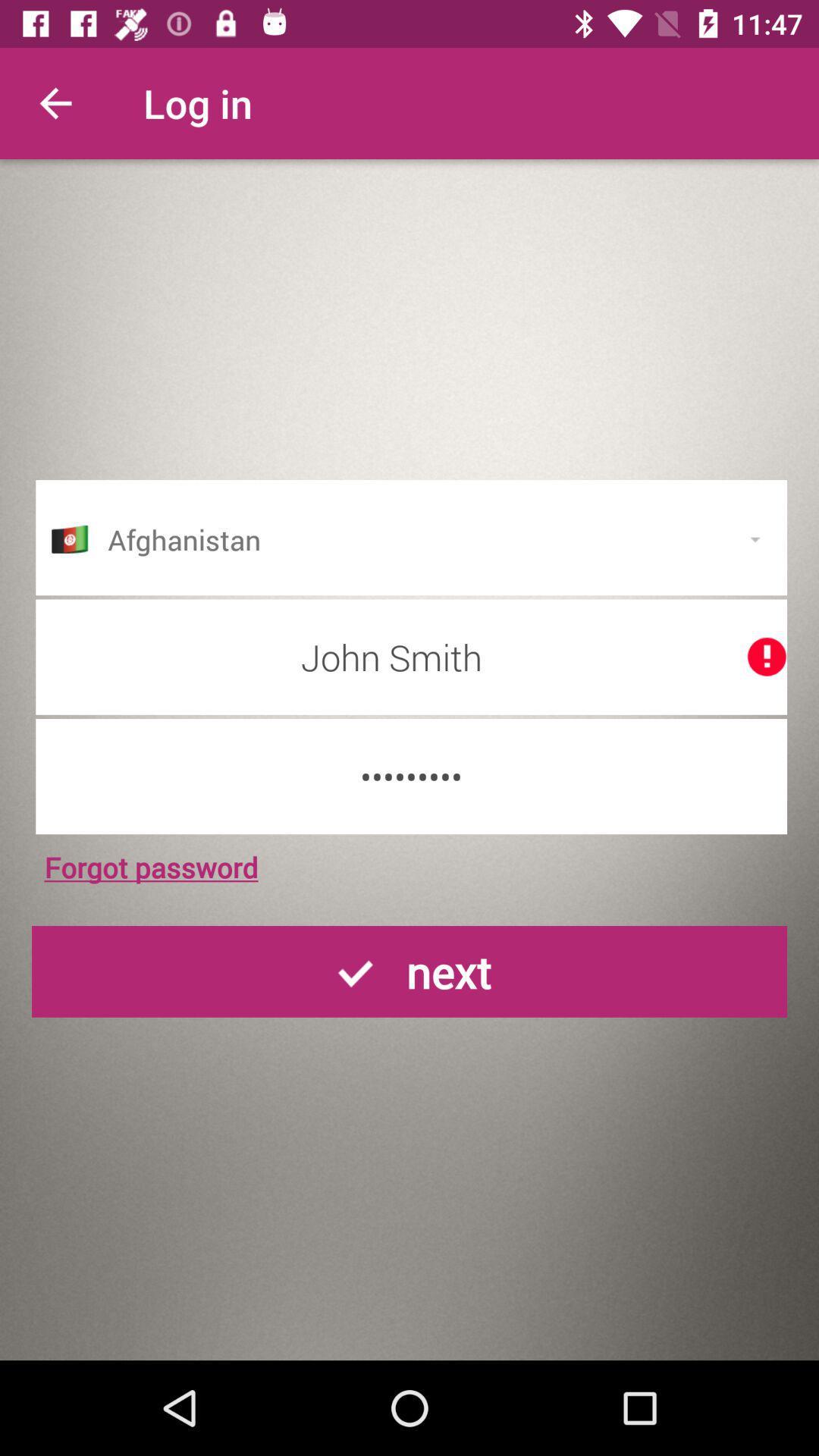 This screenshot has height=1456, width=819. I want to click on the icon below john smith item, so click(411, 777).